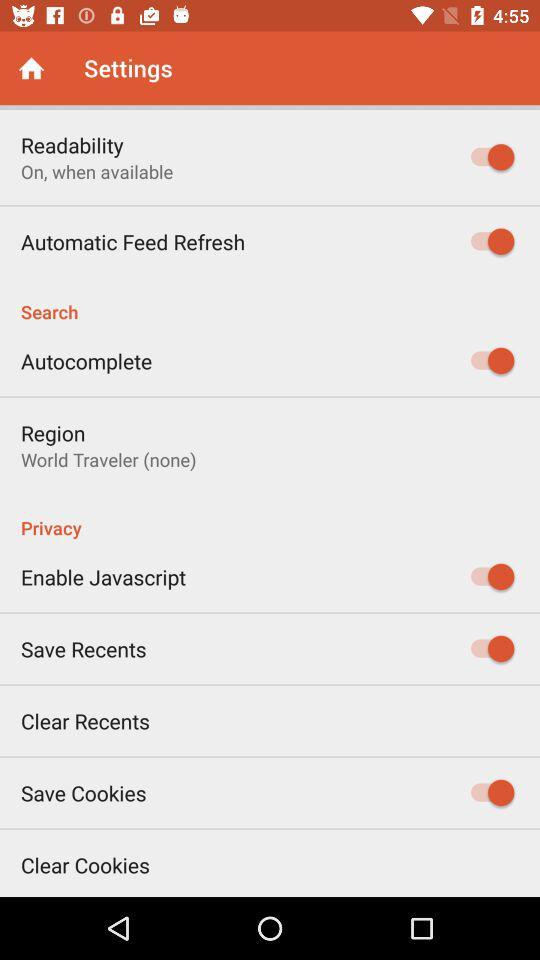 Image resolution: width=540 pixels, height=960 pixels. I want to click on the icon next to the settings, so click(30, 68).